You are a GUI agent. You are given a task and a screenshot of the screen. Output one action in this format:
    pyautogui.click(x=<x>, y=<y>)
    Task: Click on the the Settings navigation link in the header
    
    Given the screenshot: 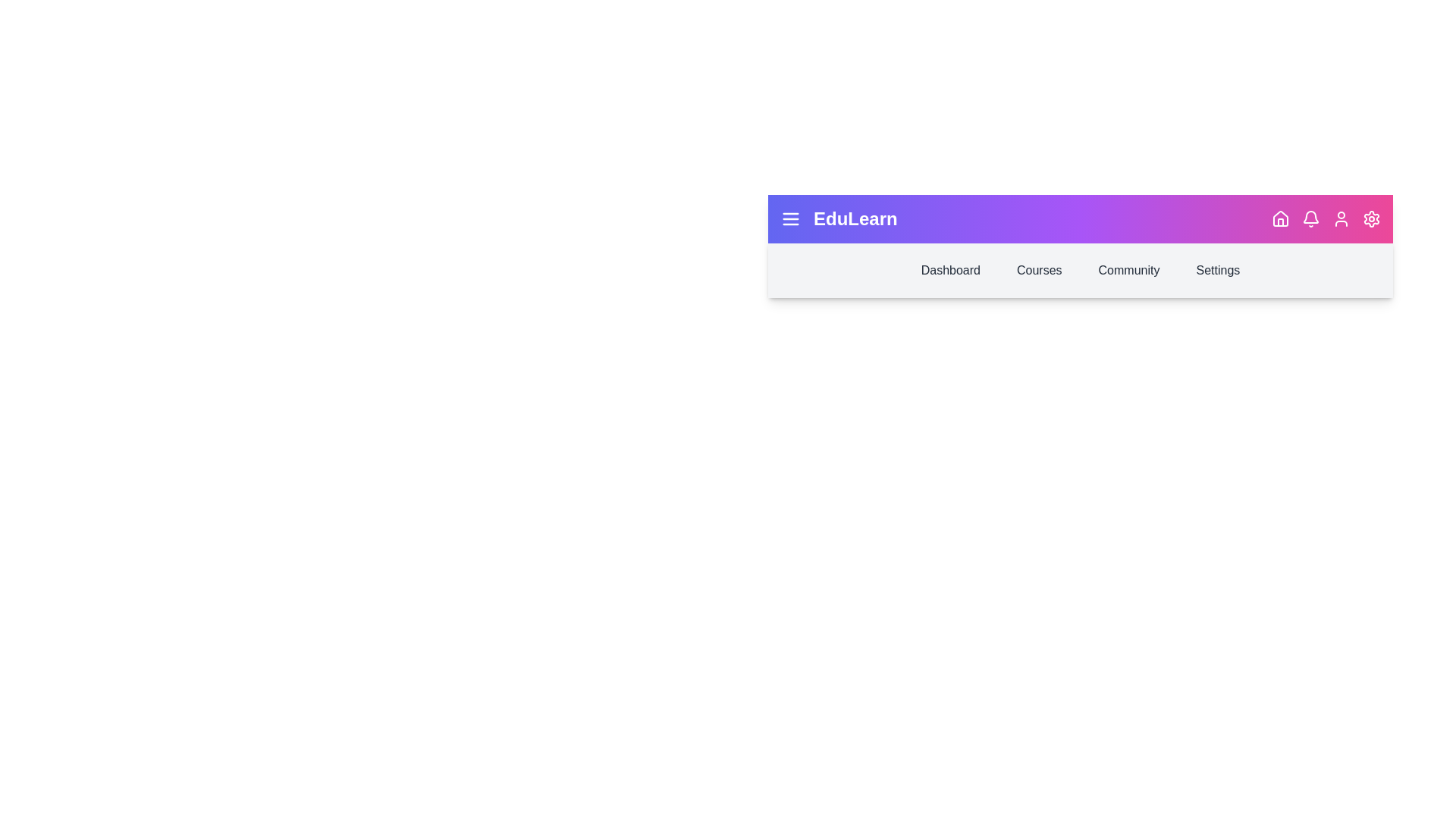 What is the action you would take?
    pyautogui.click(x=1218, y=270)
    